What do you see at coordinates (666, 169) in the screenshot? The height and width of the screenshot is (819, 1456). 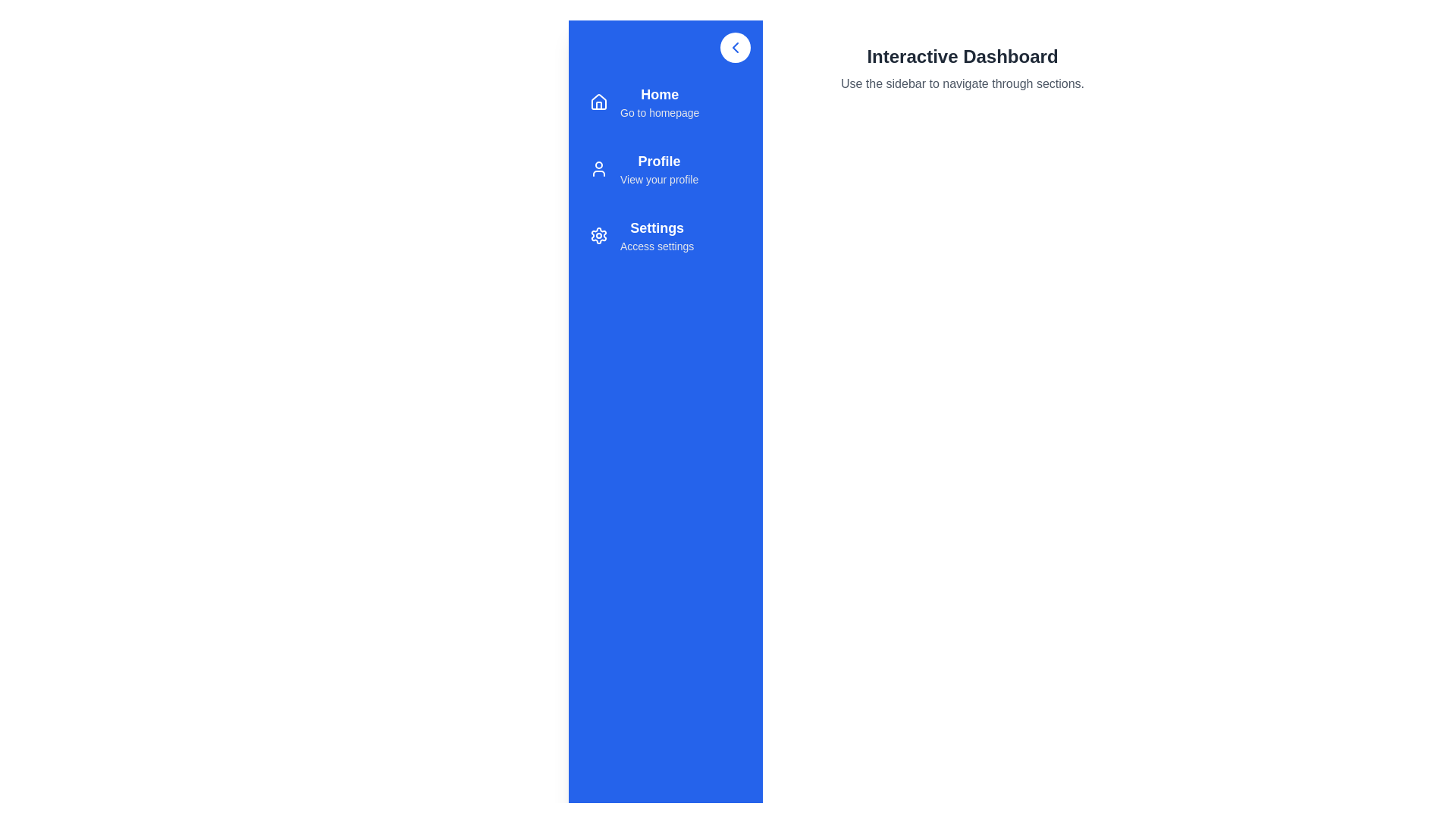 I see `the menu item Profile to reveal its visual effect` at bounding box center [666, 169].